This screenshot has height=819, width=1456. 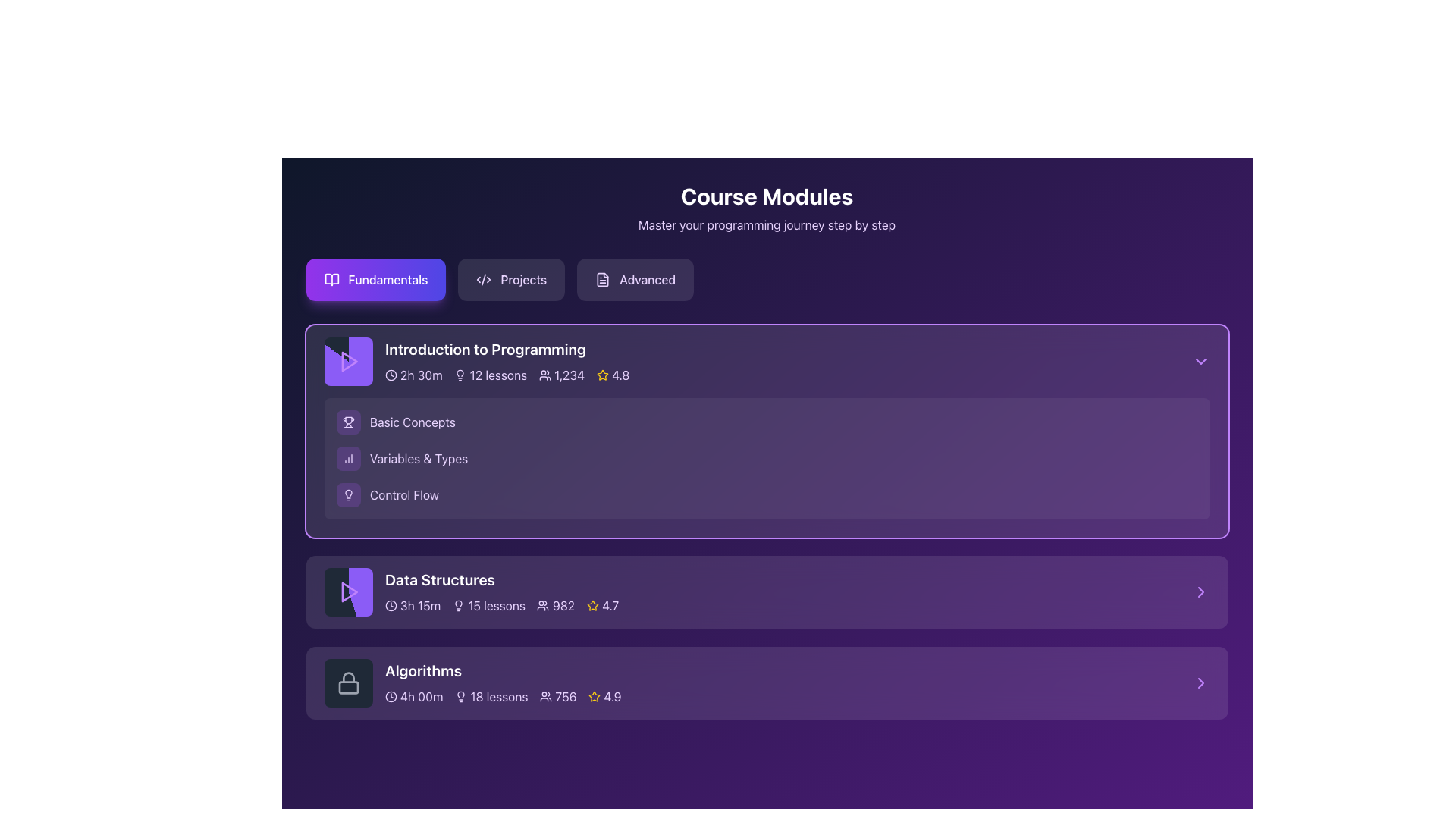 What do you see at coordinates (412, 422) in the screenshot?
I see `the 'Basic Concepts' text label, which is styled in light purple and is the first item in the list under the 'Introduction to Programming' module` at bounding box center [412, 422].